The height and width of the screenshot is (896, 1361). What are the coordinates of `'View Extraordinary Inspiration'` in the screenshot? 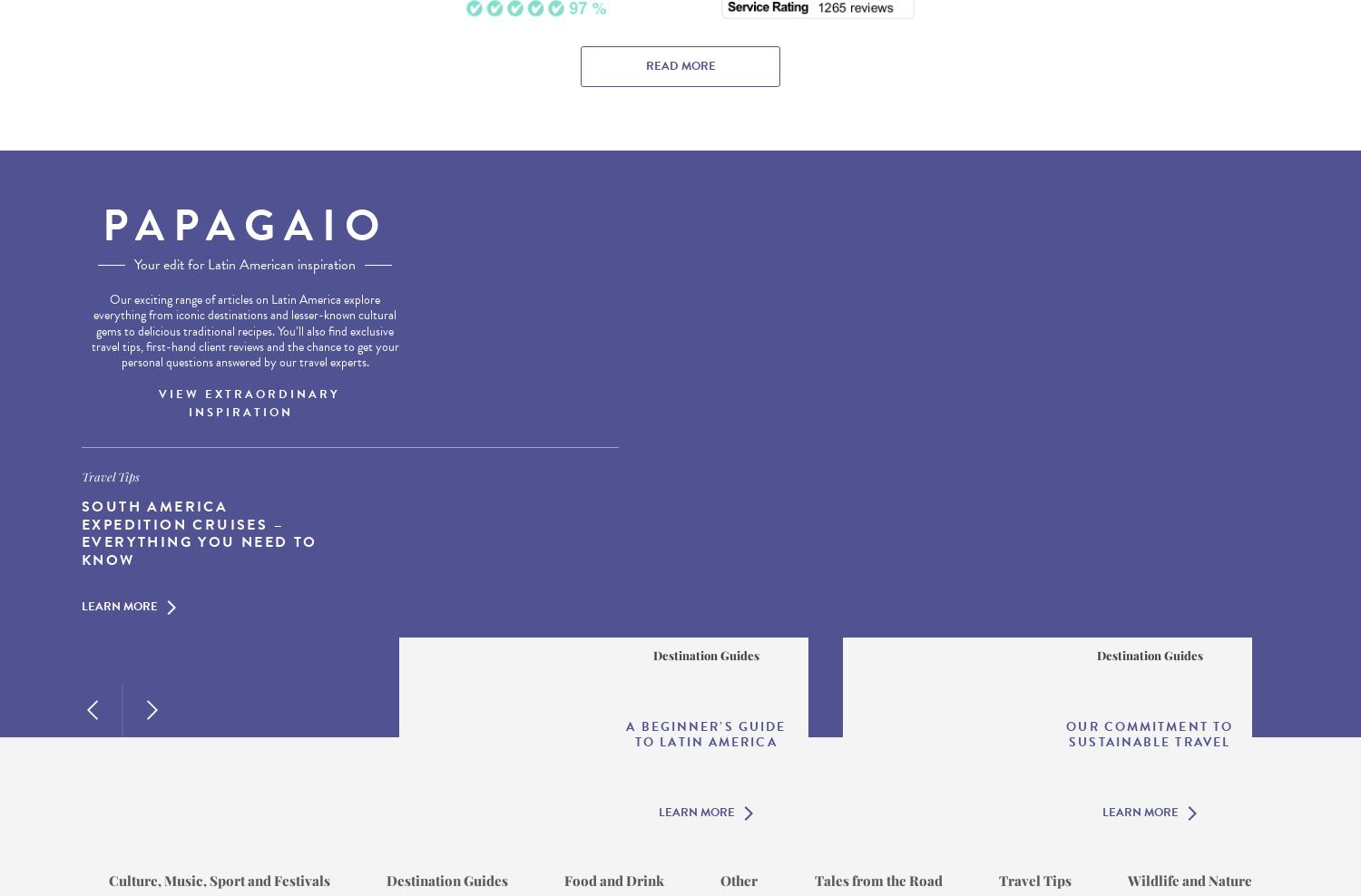 It's located at (249, 403).